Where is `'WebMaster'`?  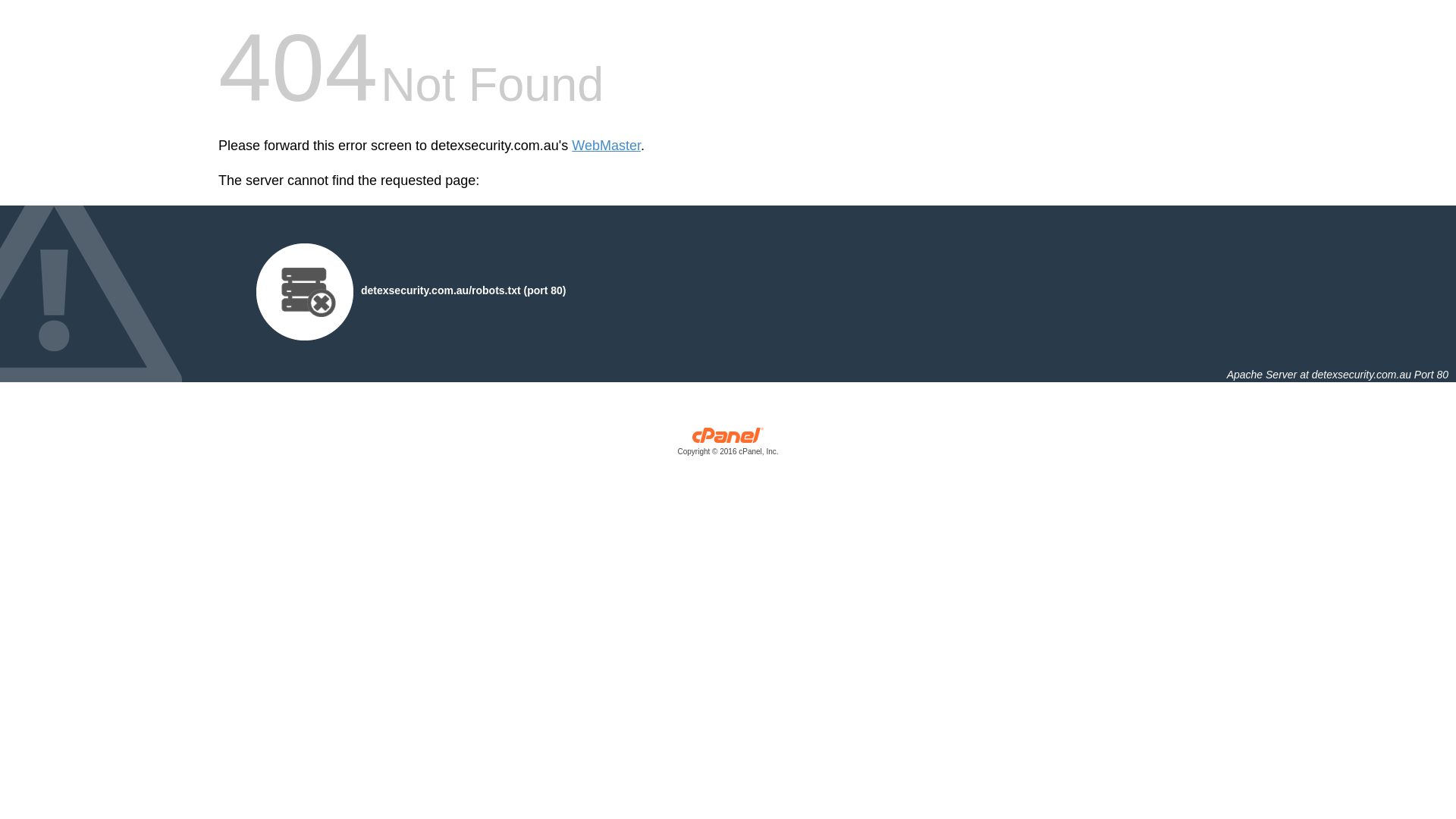 'WebMaster' is located at coordinates (605, 146).